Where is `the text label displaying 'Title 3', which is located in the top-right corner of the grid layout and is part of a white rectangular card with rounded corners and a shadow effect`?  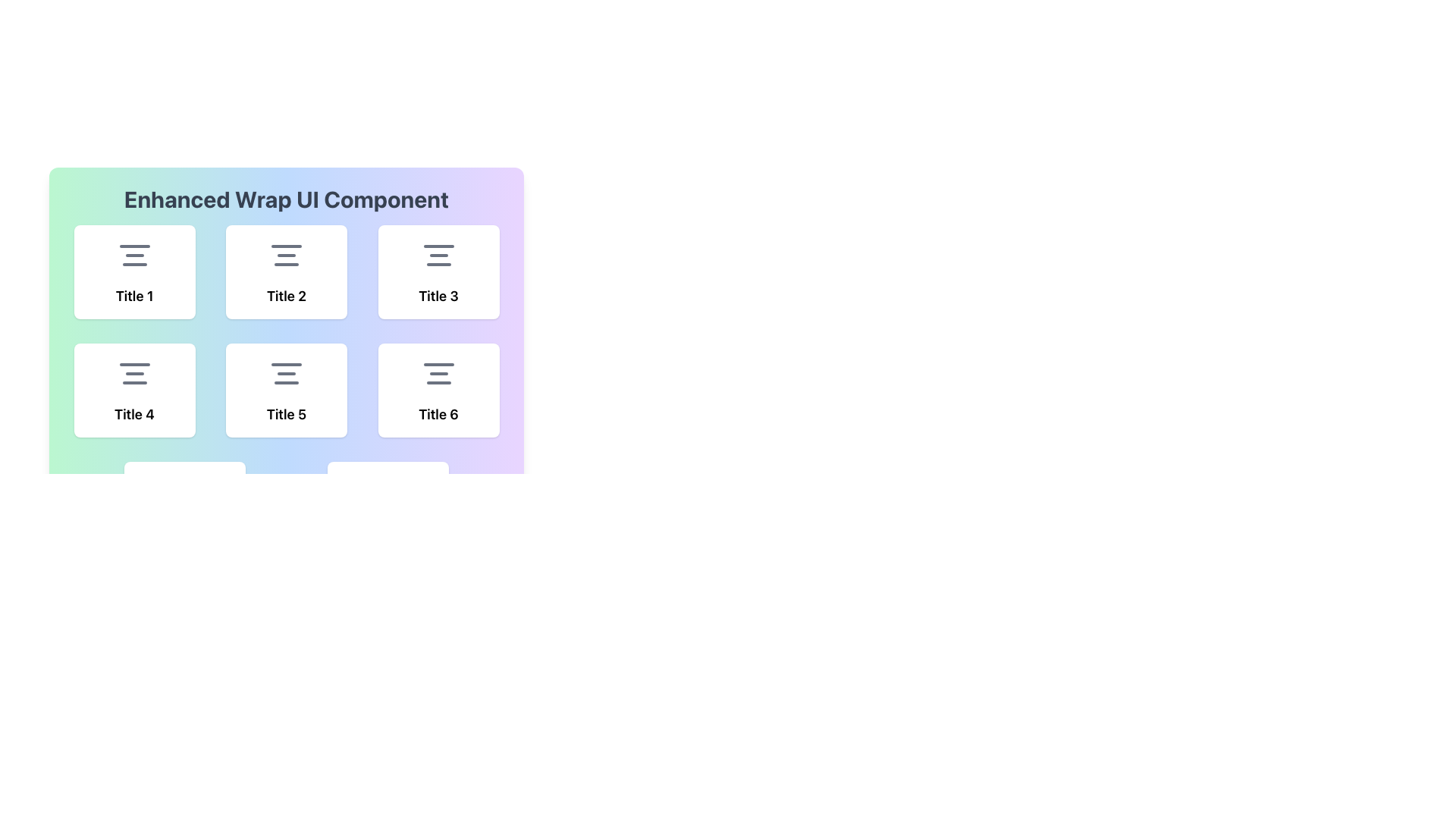
the text label displaying 'Title 3', which is located in the top-right corner of the grid layout and is part of a white rectangular card with rounded corners and a shadow effect is located at coordinates (438, 296).